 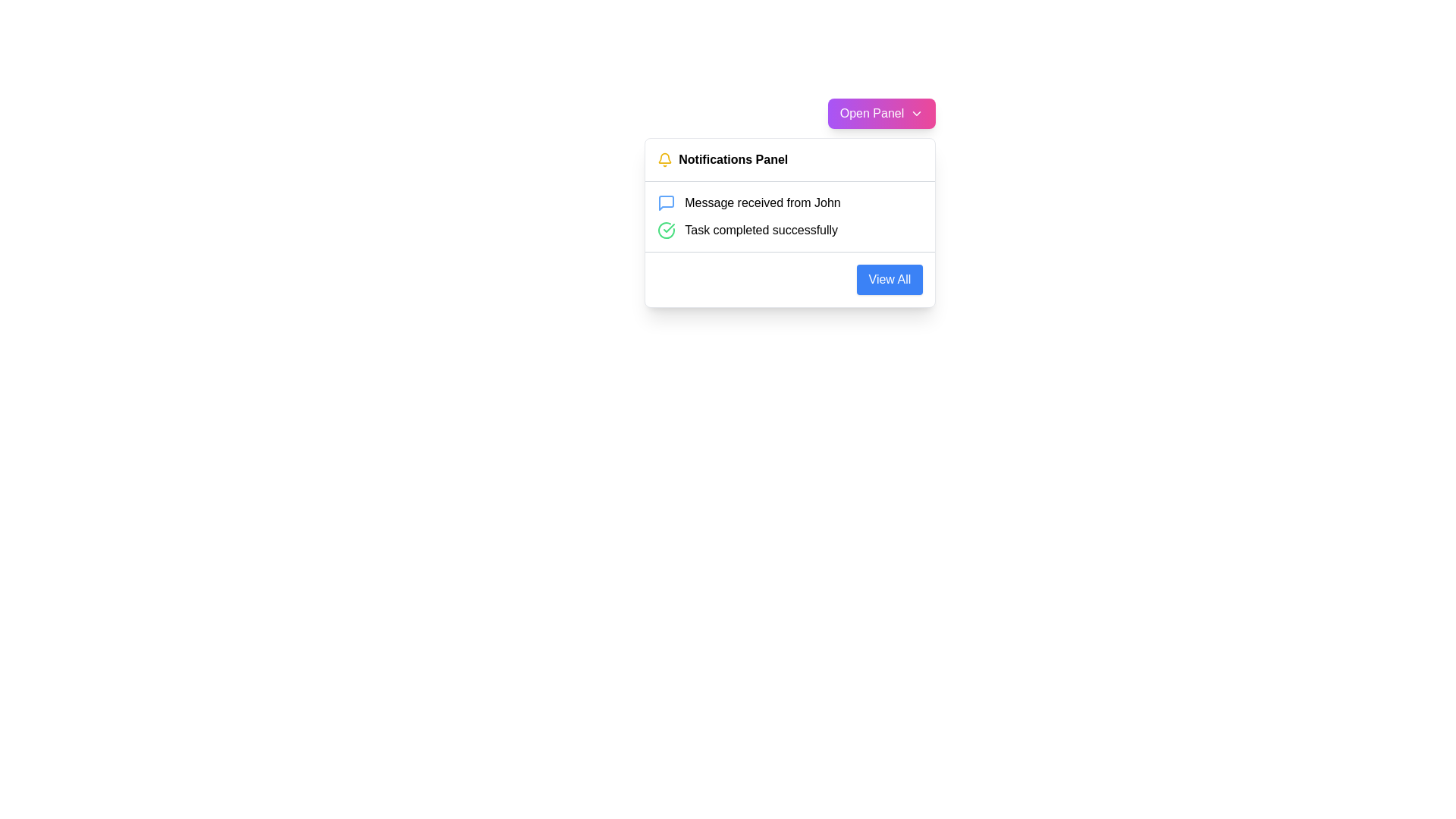 I want to click on the rectangular button with a blue background and 'View All' text, so click(x=890, y=280).